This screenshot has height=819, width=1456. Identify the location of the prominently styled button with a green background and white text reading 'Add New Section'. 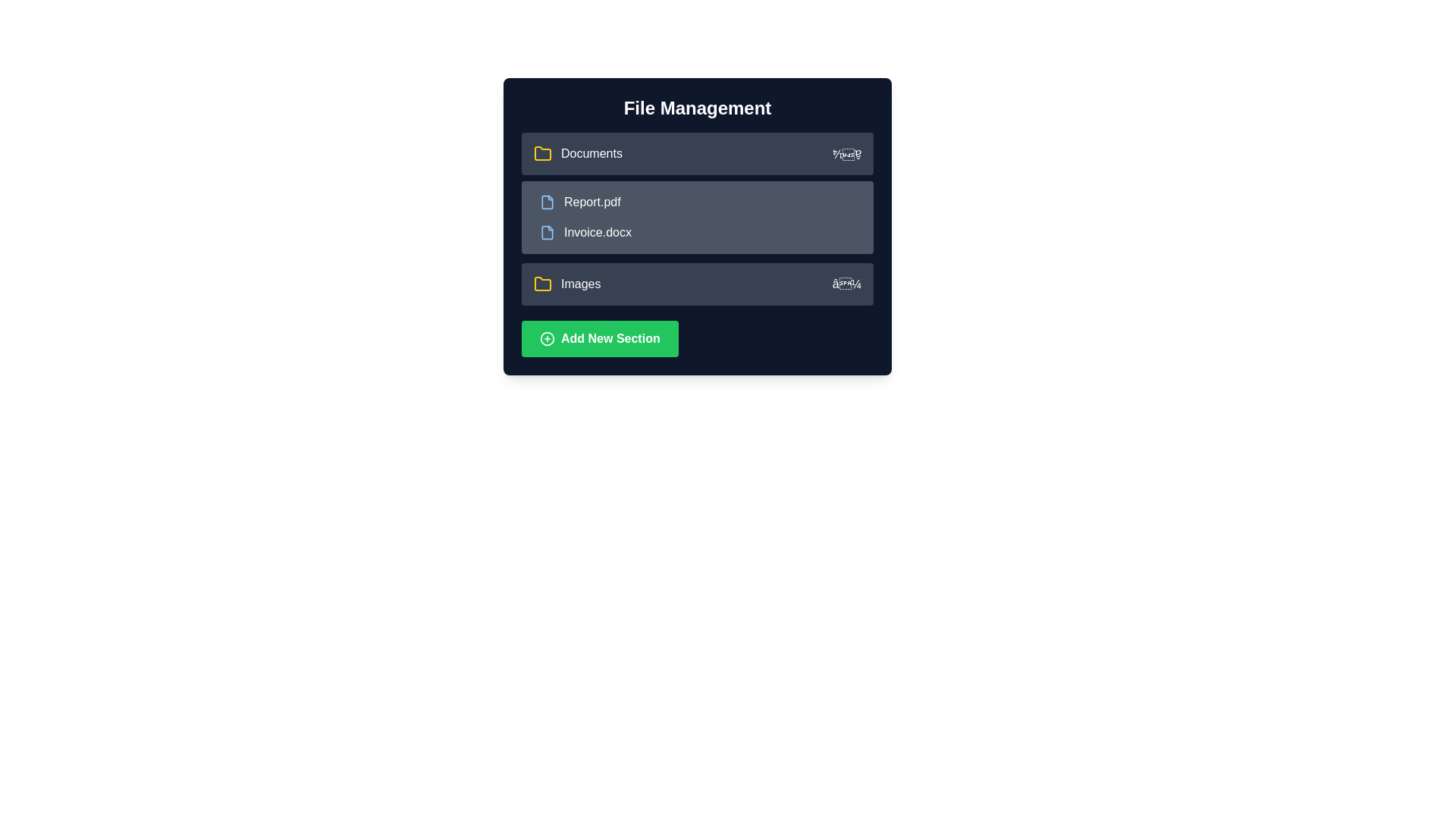
(599, 338).